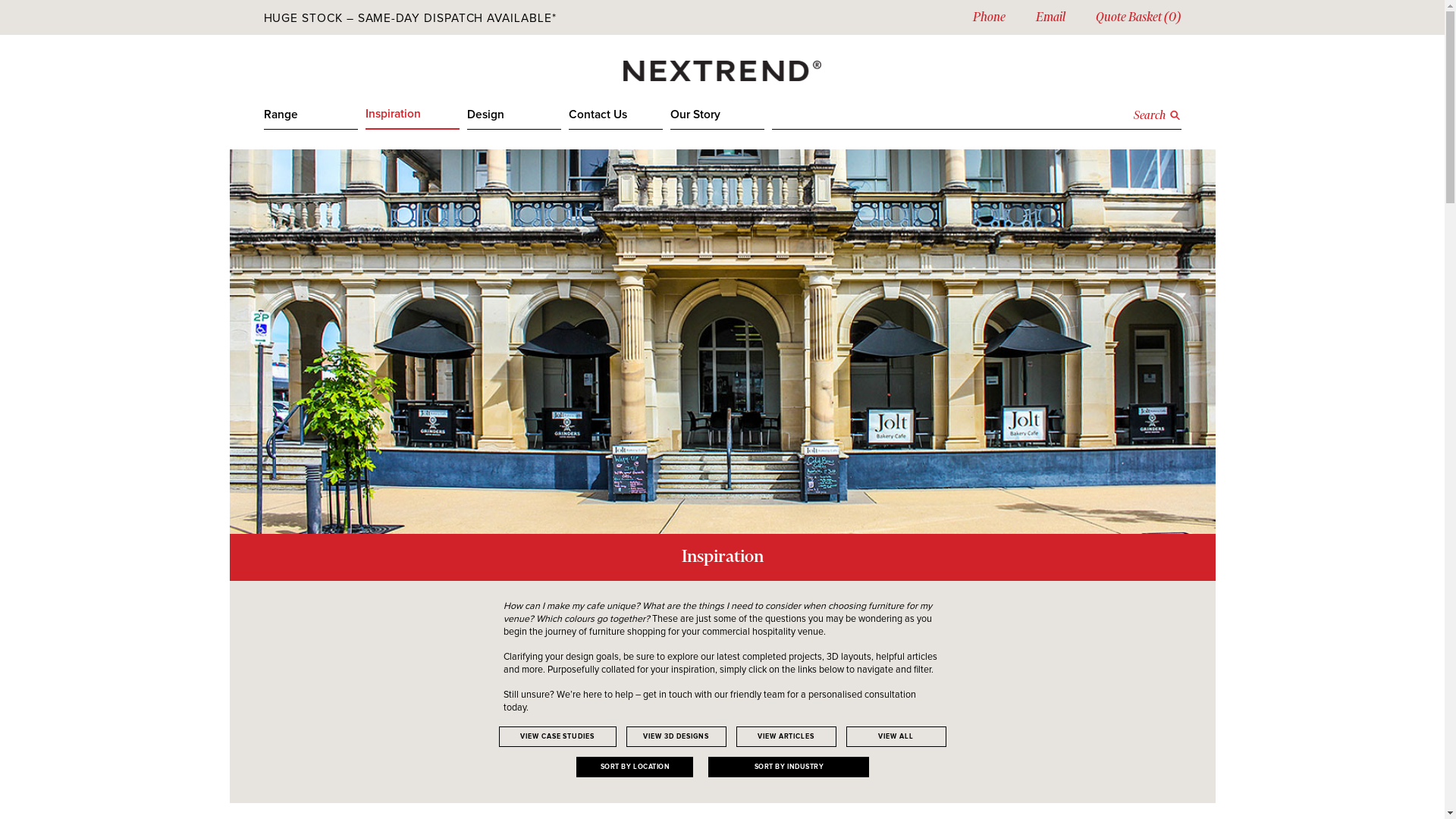 This screenshot has height=819, width=1456. I want to click on 'Inspiration', so click(412, 118).